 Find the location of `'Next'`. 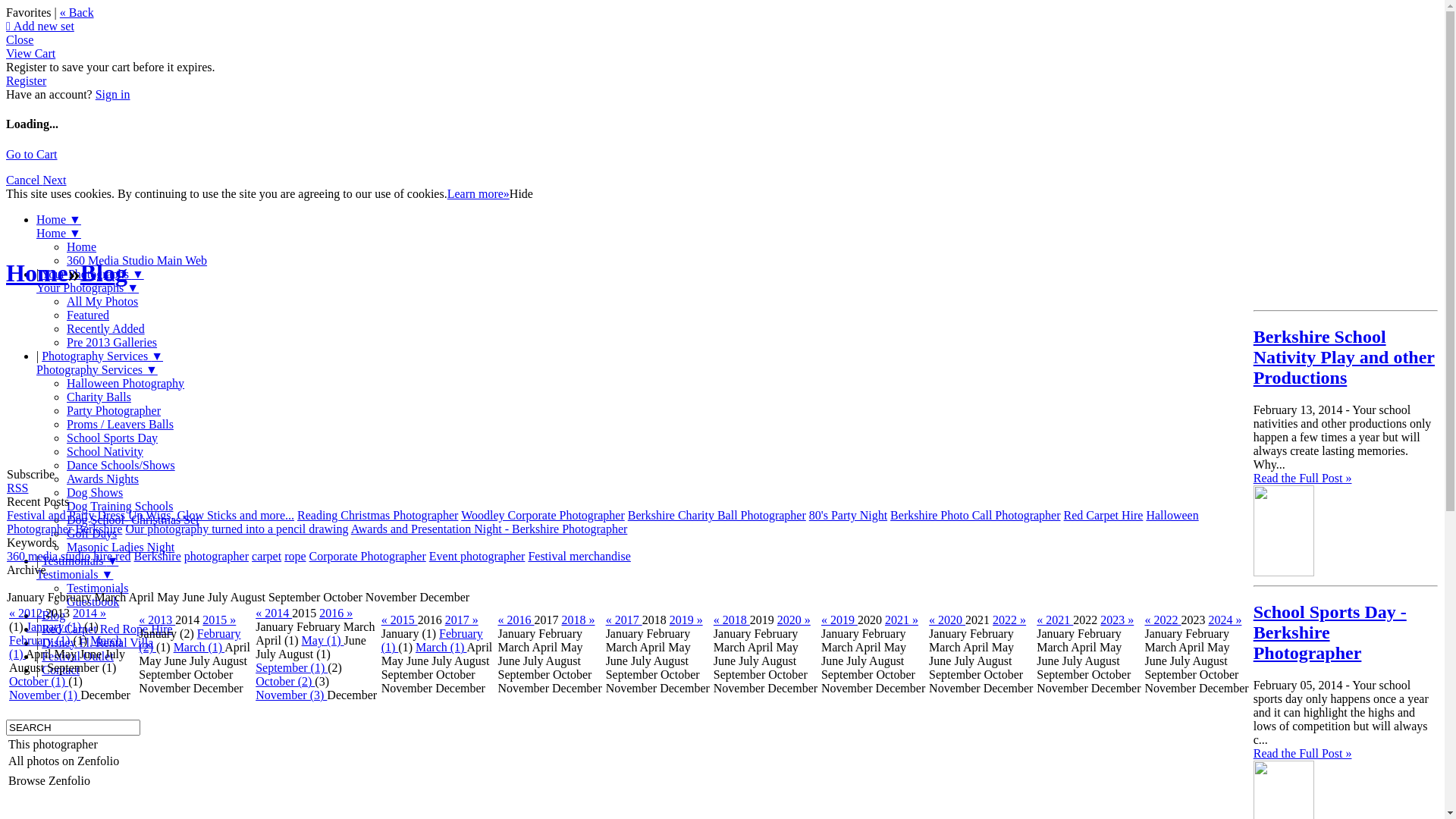

'Next' is located at coordinates (54, 179).